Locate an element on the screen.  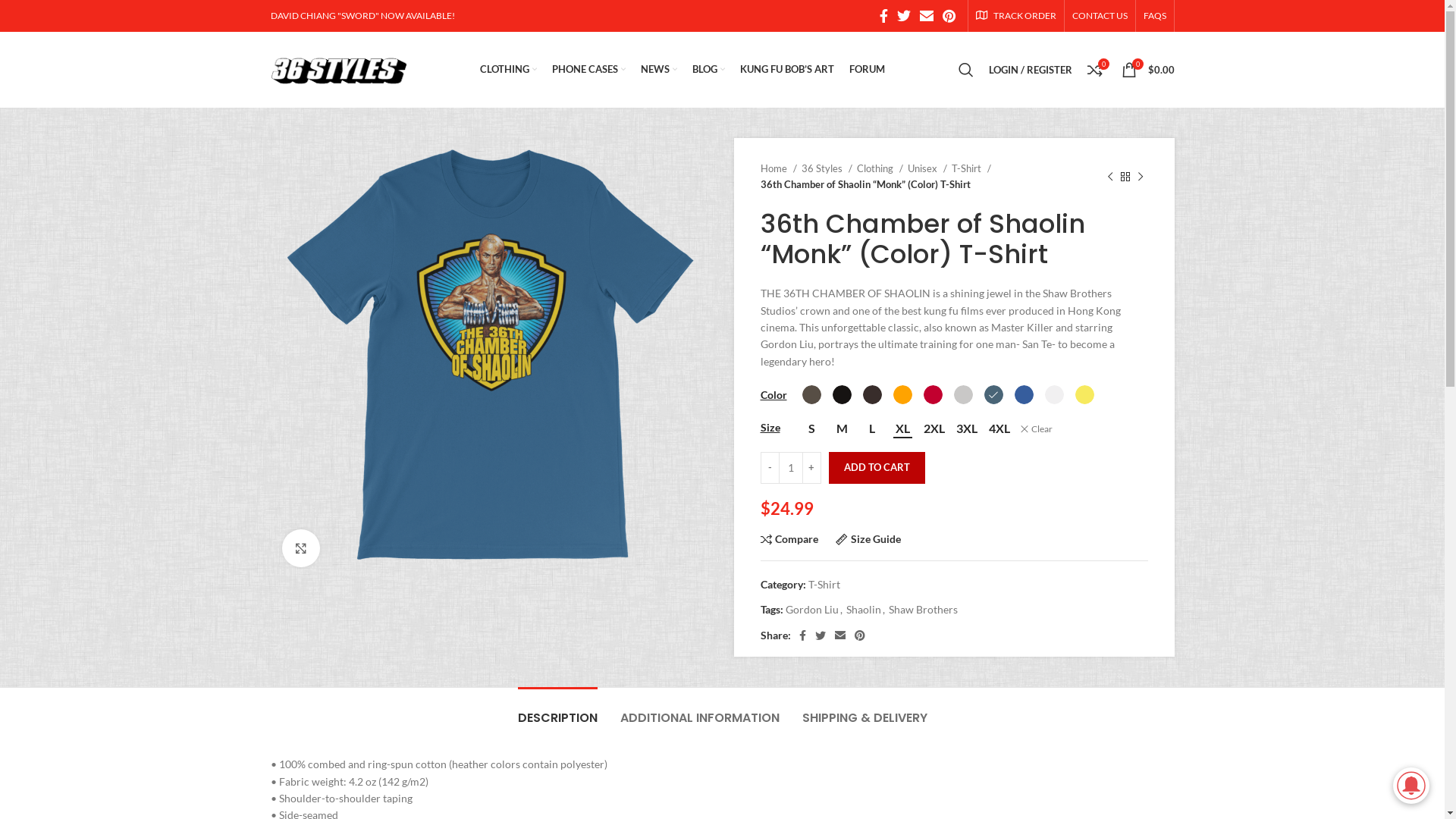
'FAQS' is located at coordinates (1153, 15).